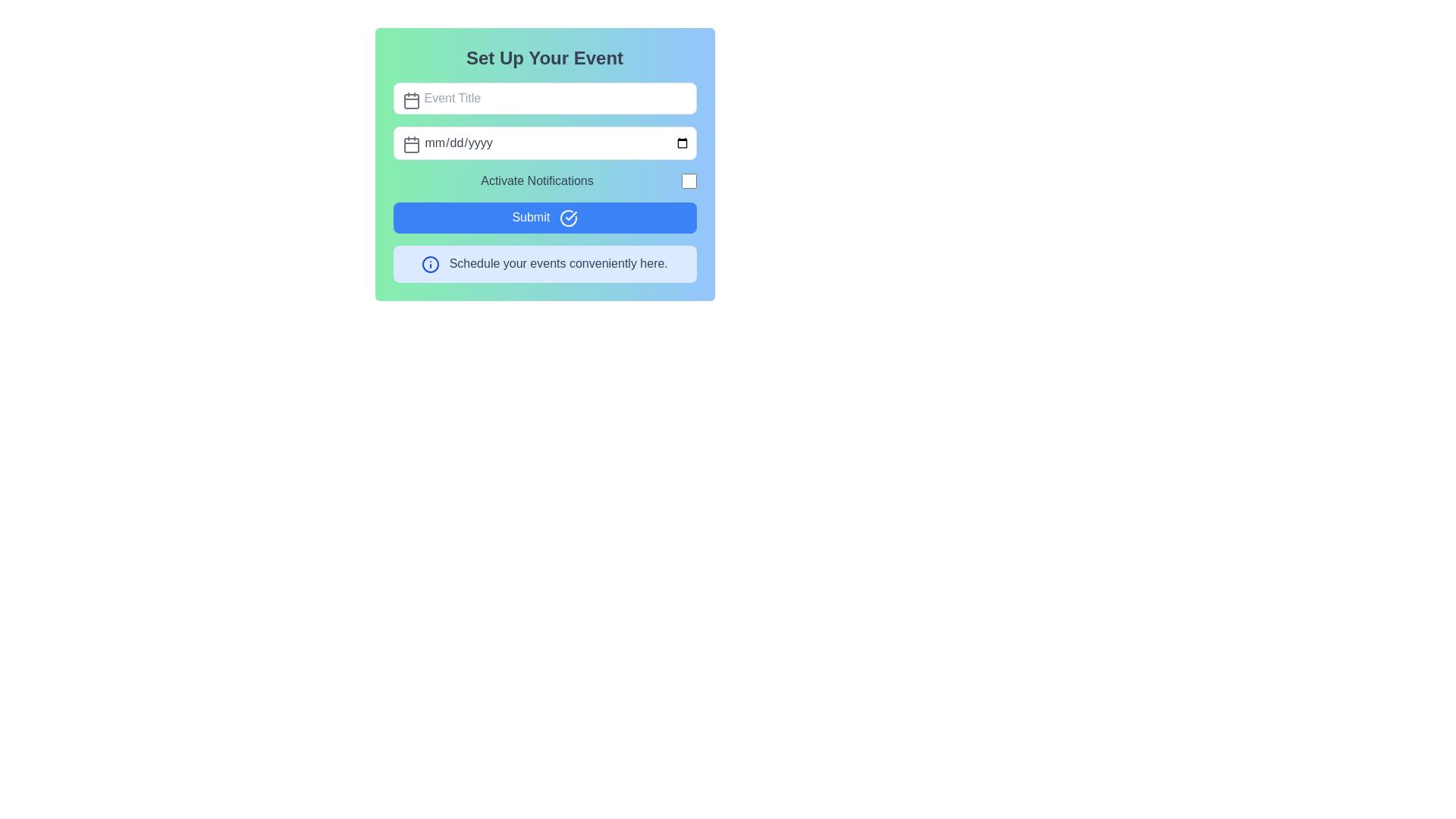 Image resolution: width=1456 pixels, height=819 pixels. I want to click on the submission button located at the bottom of the form, so click(544, 218).